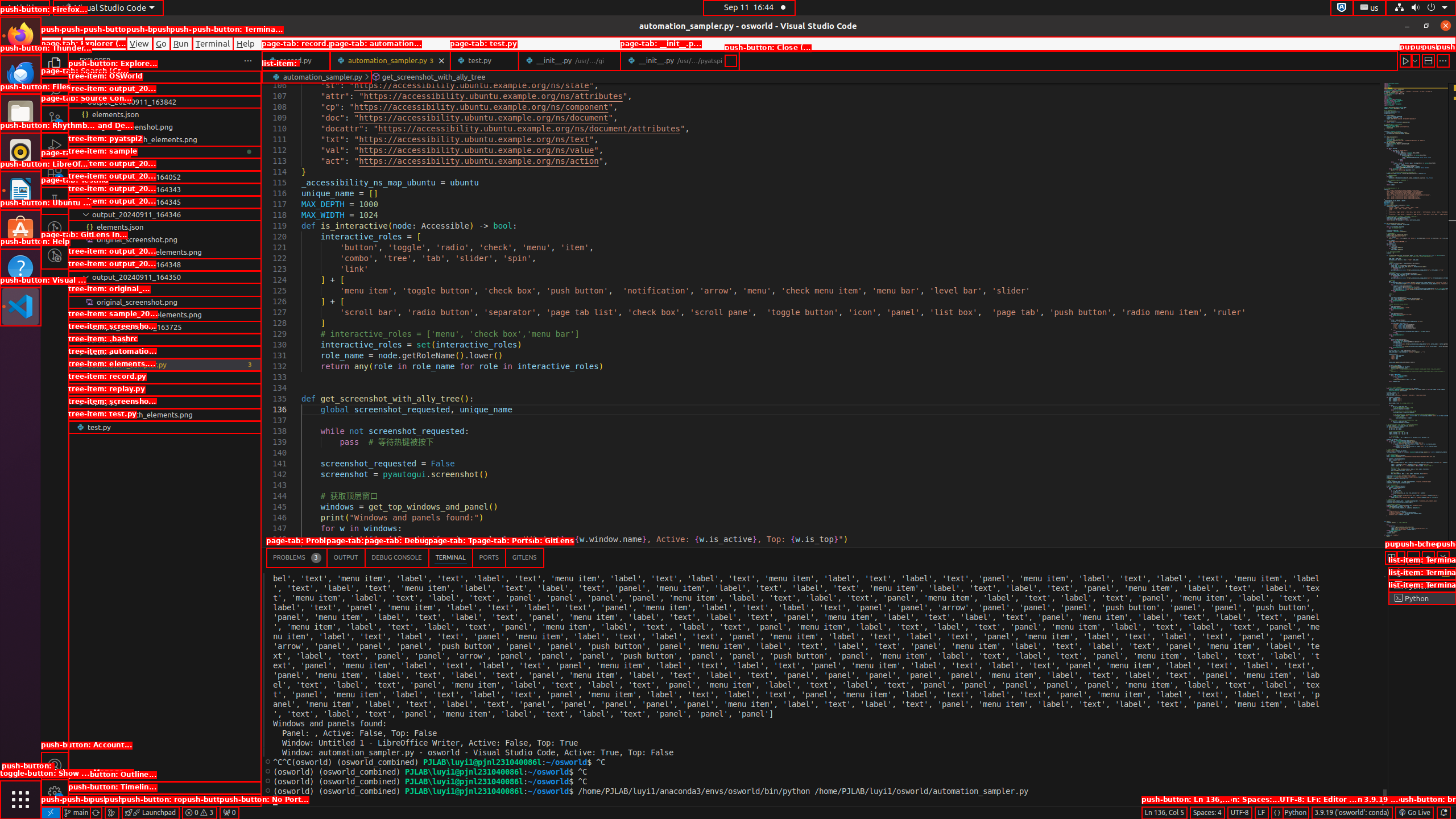 The width and height of the screenshot is (1456, 819). I want to click on 'Edit', so click(72, 43).